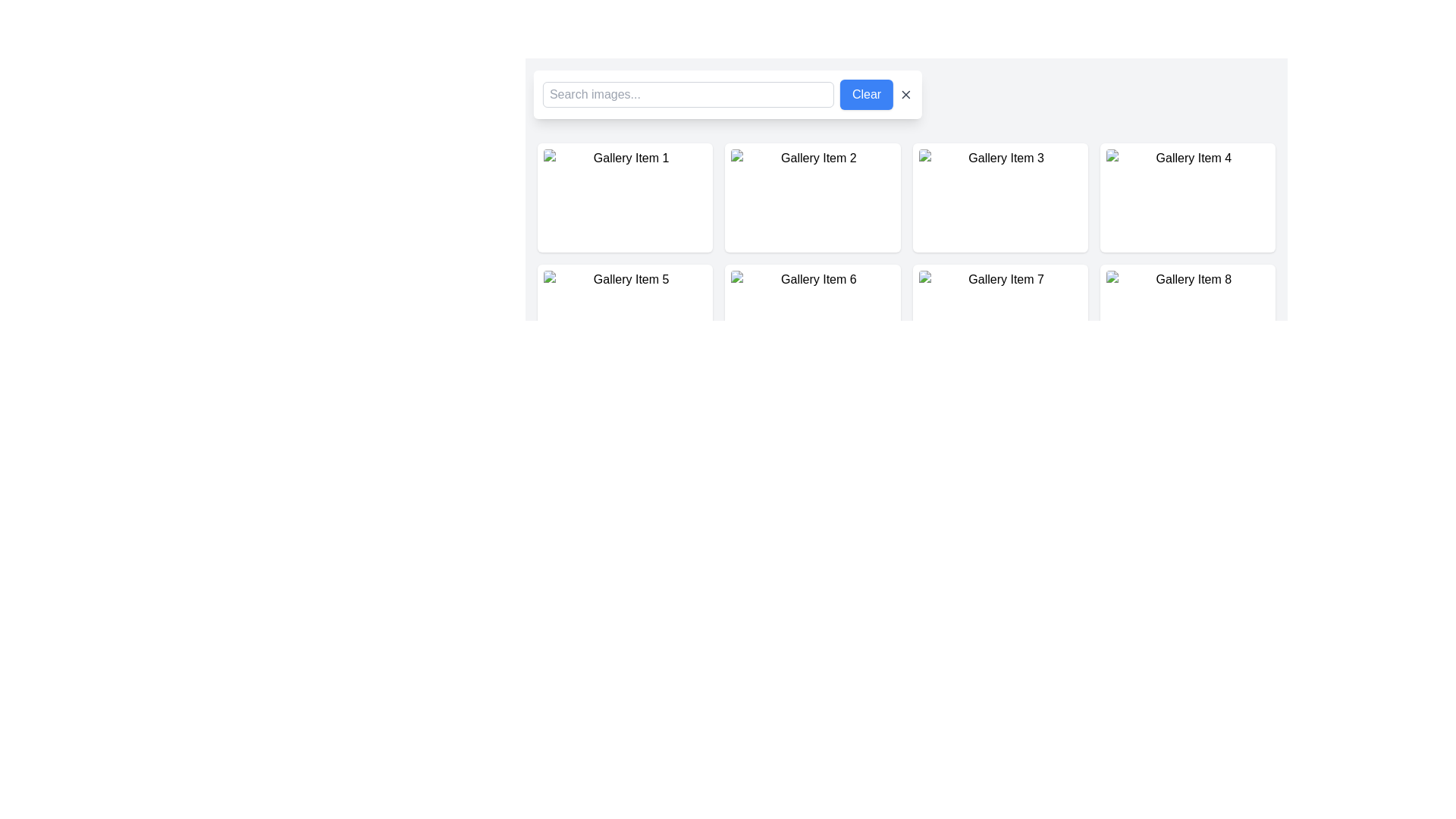 This screenshot has height=819, width=1456. I want to click on the image placeholder displaying 'Image 5', so click(625, 318).